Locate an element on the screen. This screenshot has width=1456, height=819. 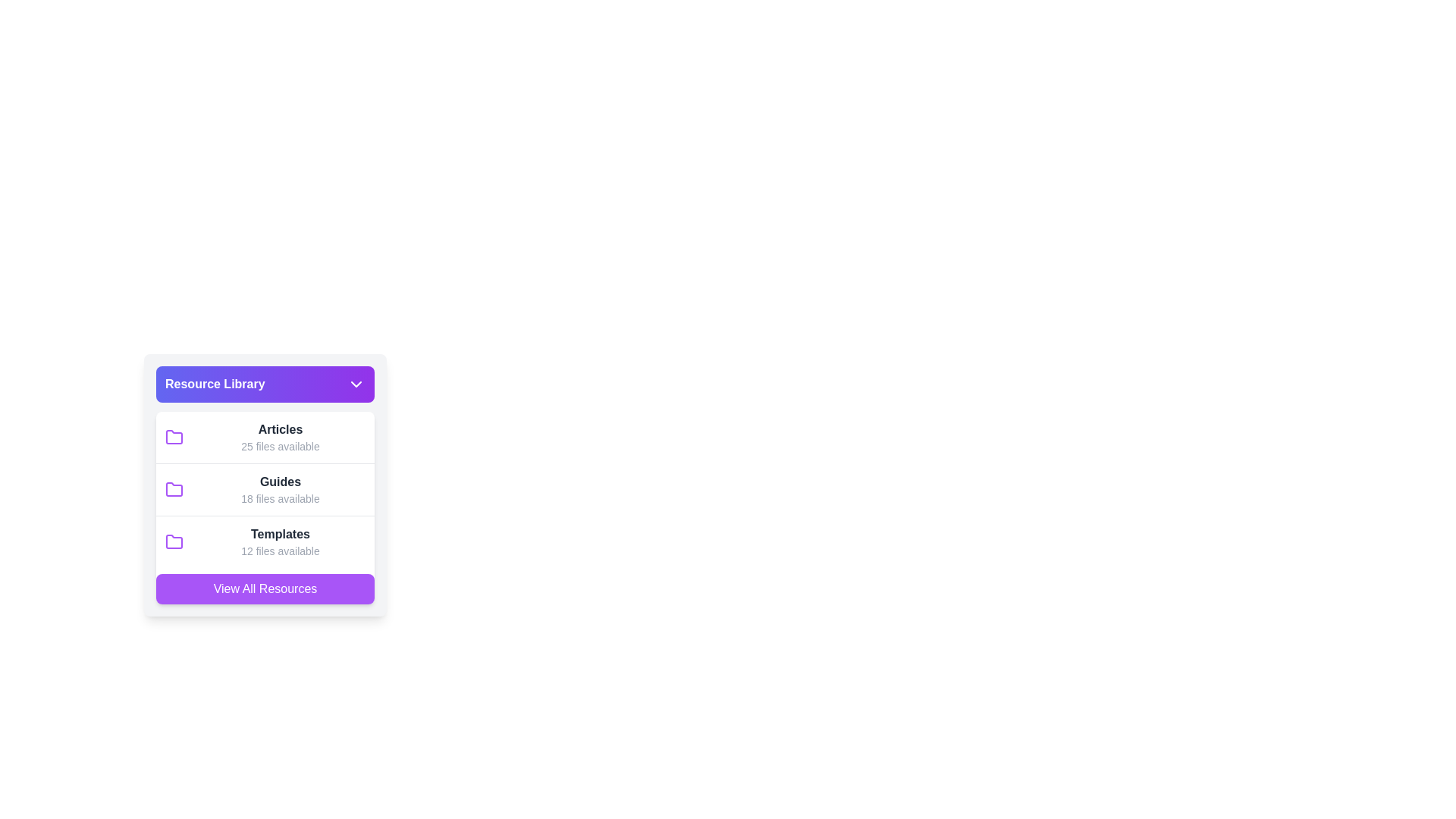
the interactive button located at the top of the resource library section is located at coordinates (265, 383).